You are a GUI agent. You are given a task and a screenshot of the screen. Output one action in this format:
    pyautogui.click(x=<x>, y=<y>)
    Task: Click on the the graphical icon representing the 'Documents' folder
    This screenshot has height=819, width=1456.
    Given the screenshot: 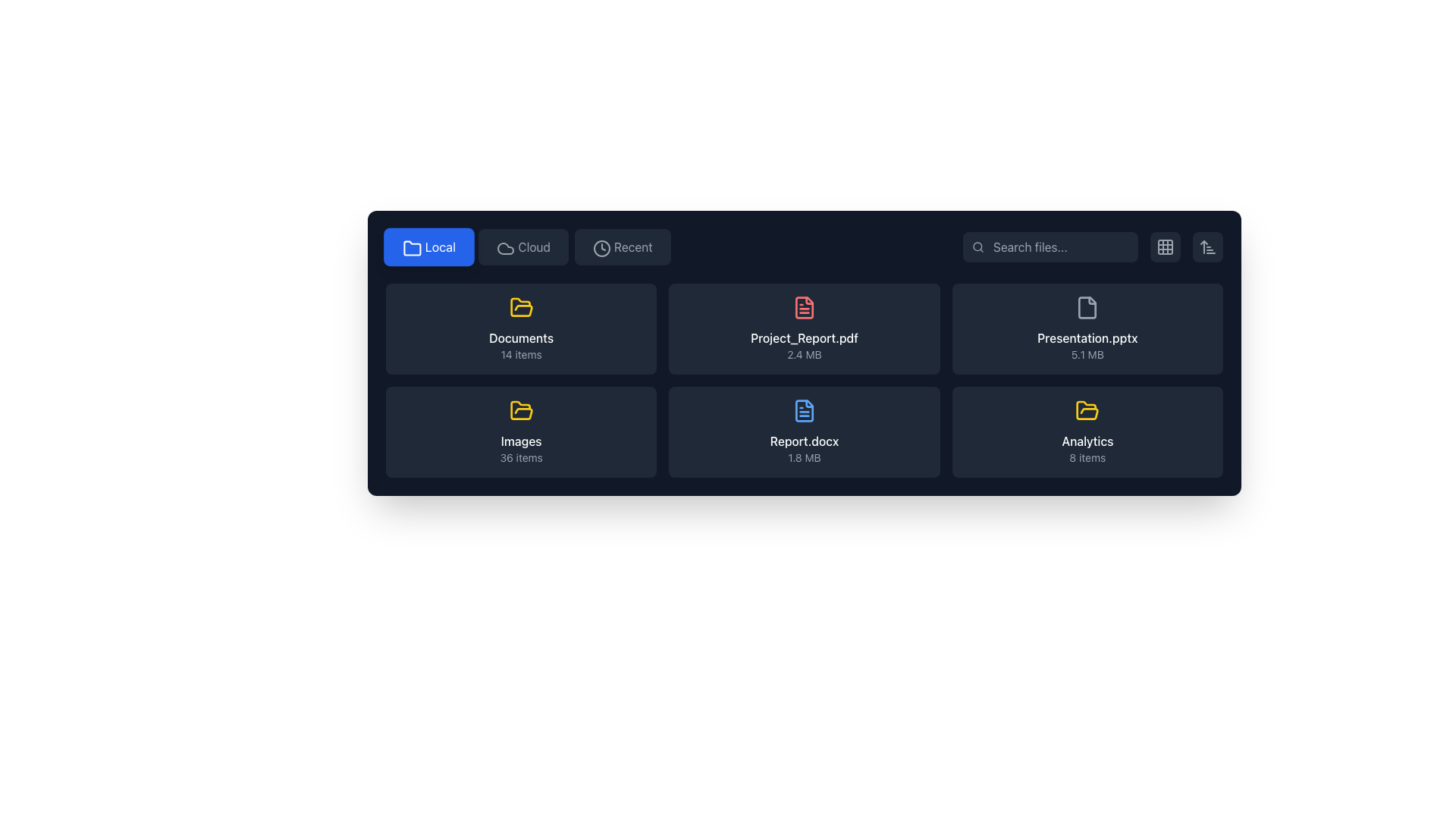 What is the action you would take?
    pyautogui.click(x=521, y=410)
    